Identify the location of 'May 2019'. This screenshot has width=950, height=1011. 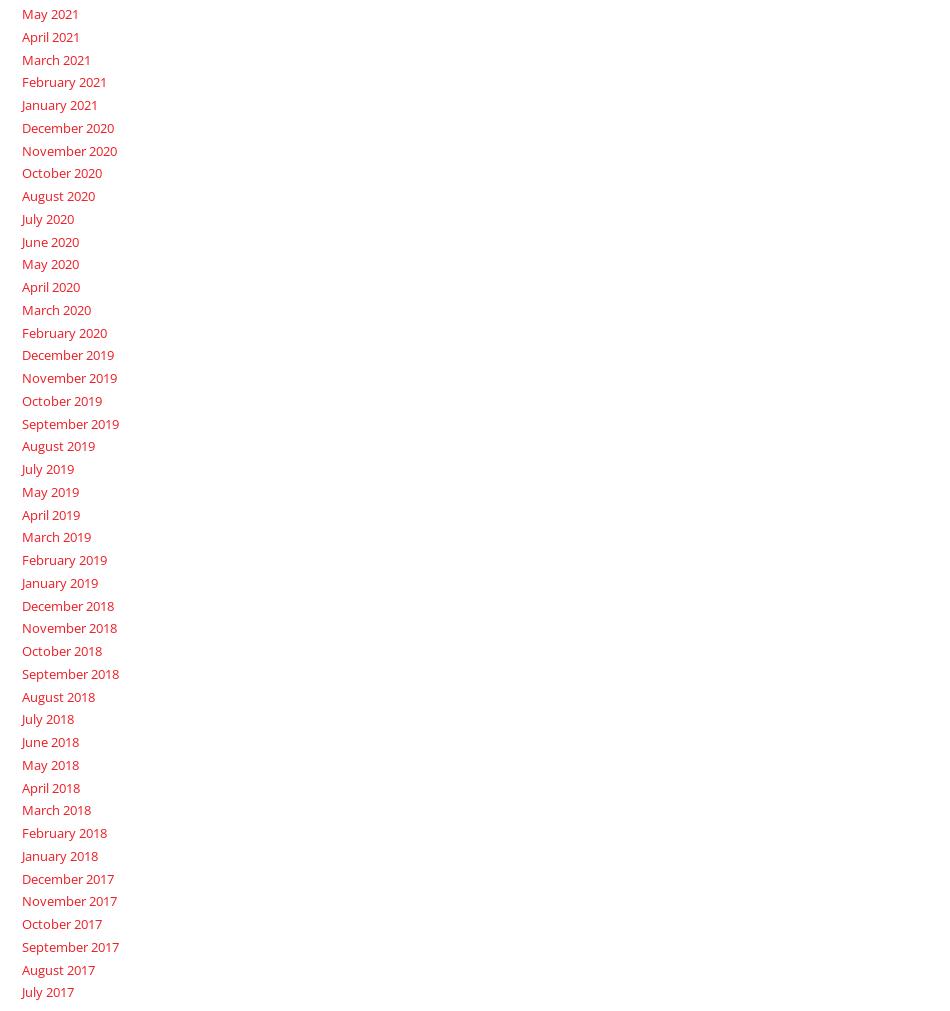
(49, 490).